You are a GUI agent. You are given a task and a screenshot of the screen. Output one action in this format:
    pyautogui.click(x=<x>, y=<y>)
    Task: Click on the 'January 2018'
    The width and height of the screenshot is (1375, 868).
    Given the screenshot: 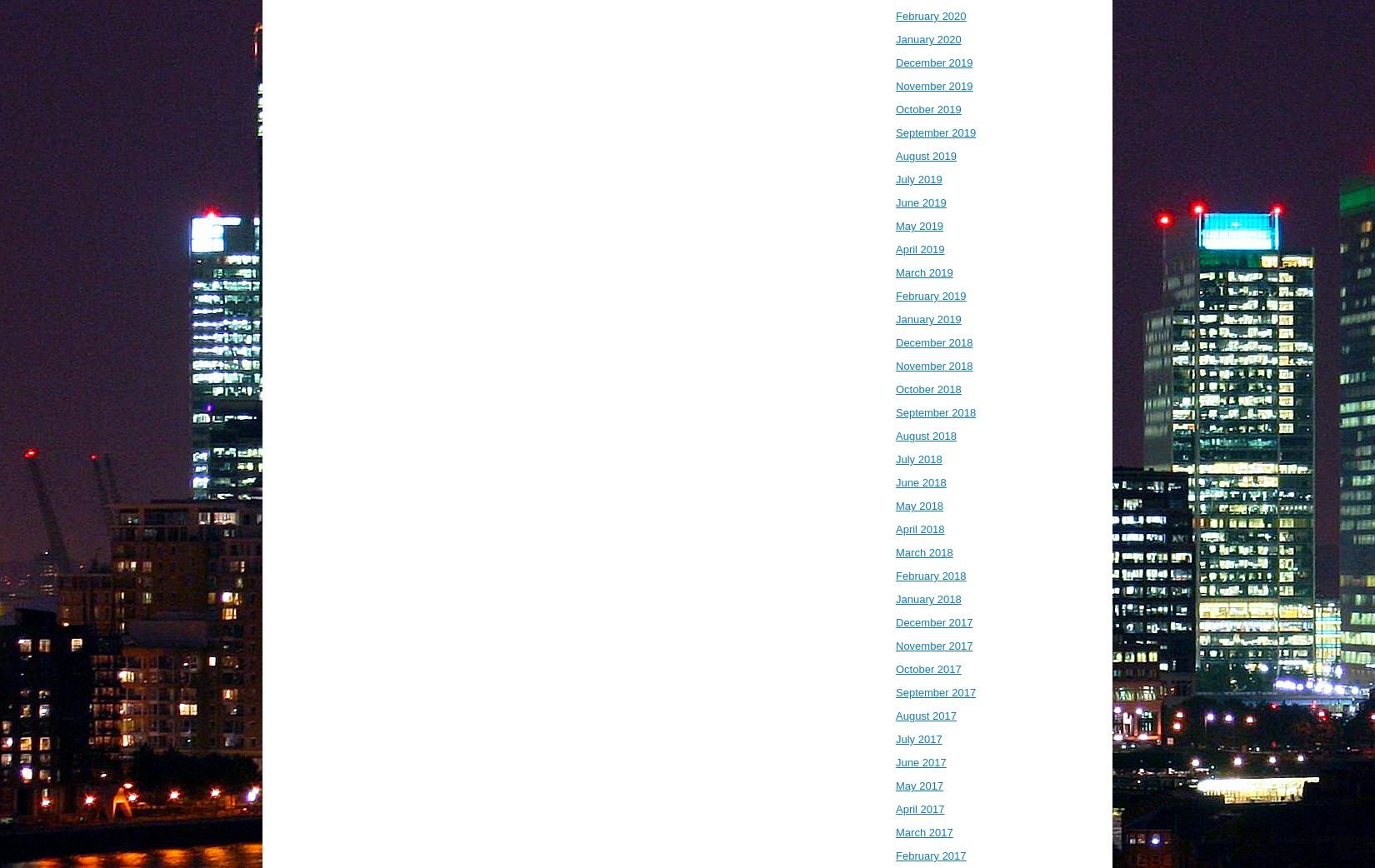 What is the action you would take?
    pyautogui.click(x=928, y=598)
    